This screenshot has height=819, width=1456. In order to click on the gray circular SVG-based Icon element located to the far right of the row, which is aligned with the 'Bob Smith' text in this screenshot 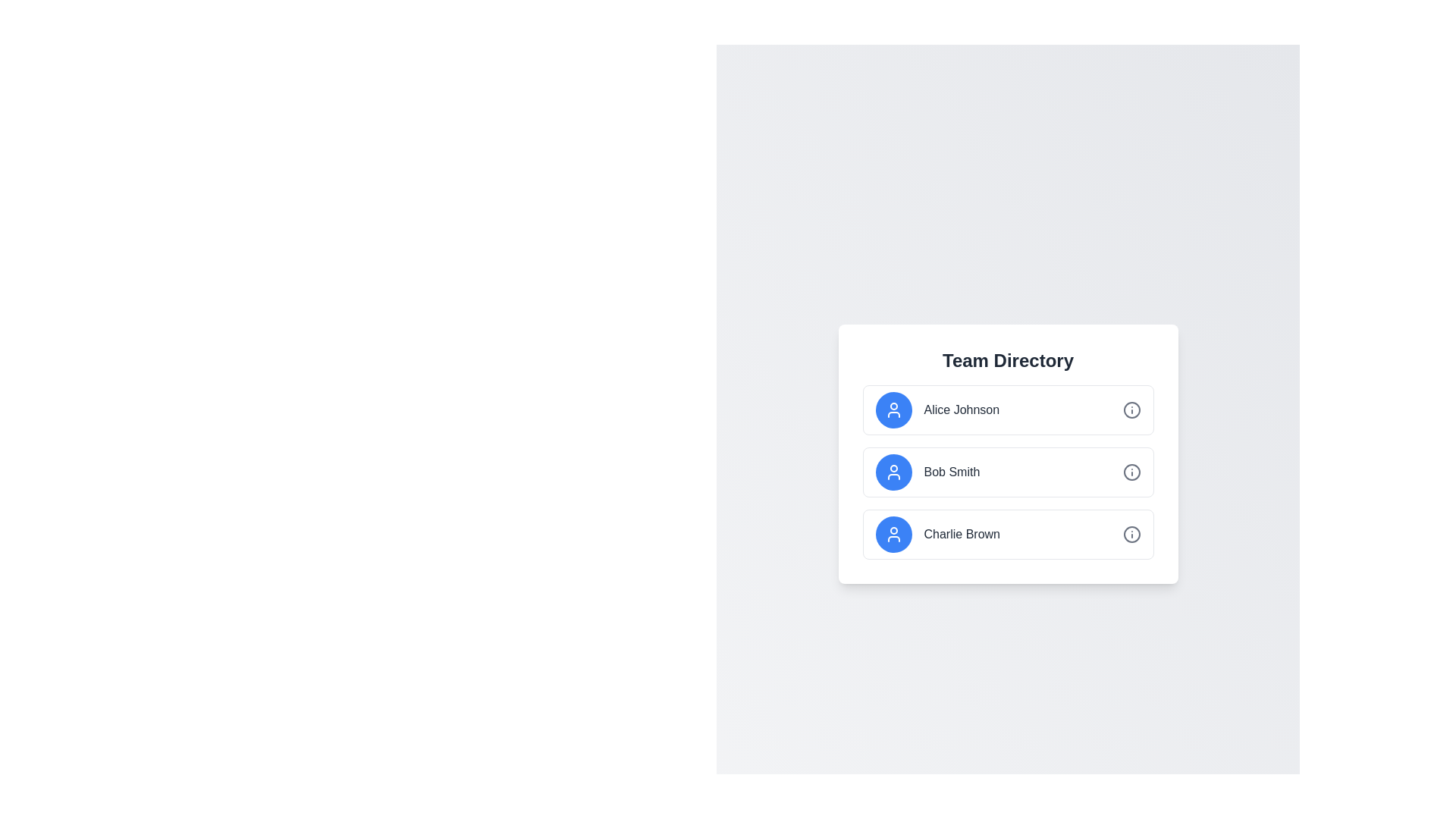, I will do `click(1131, 472)`.